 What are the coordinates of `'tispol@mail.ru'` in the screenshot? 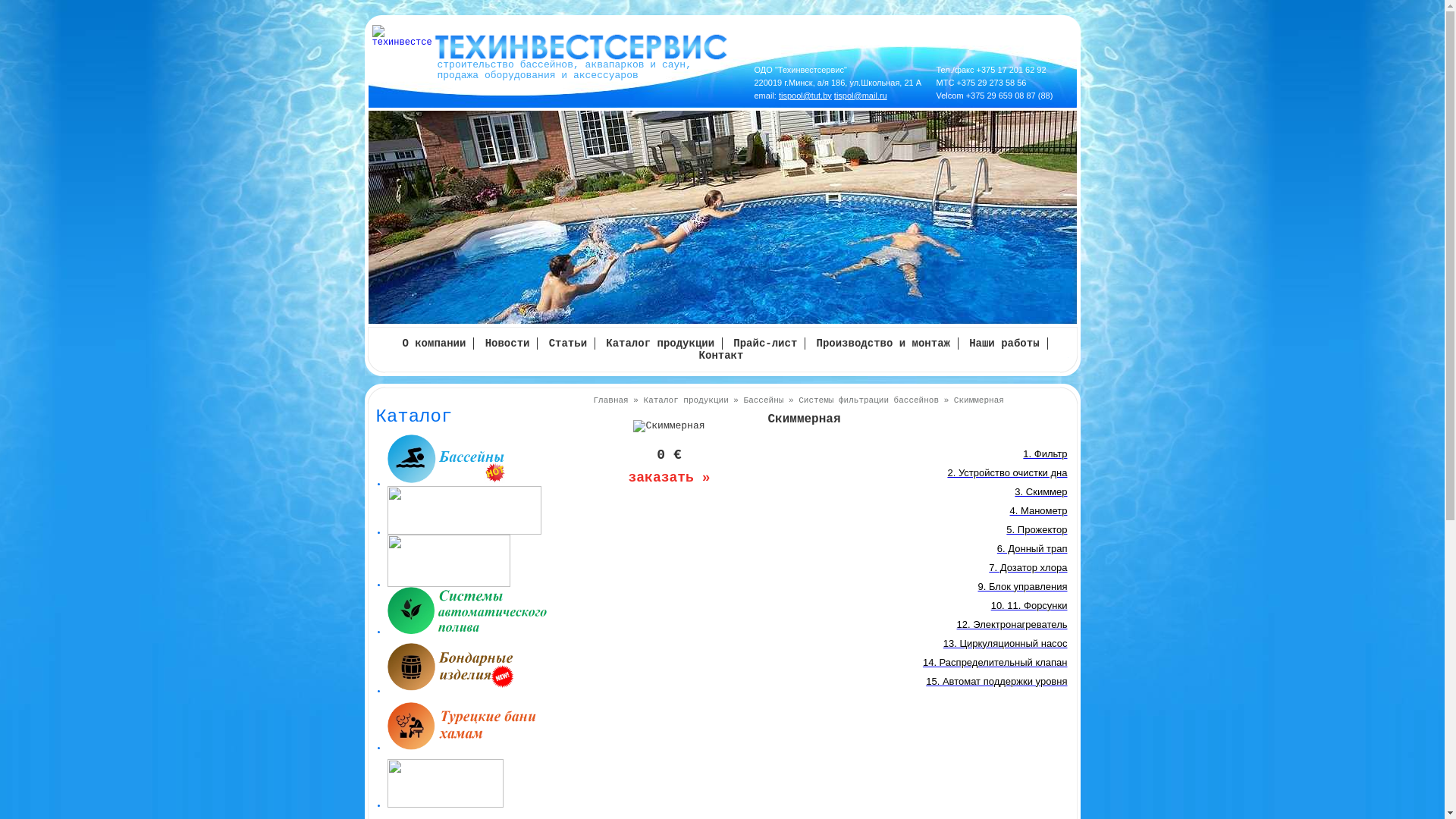 It's located at (860, 96).